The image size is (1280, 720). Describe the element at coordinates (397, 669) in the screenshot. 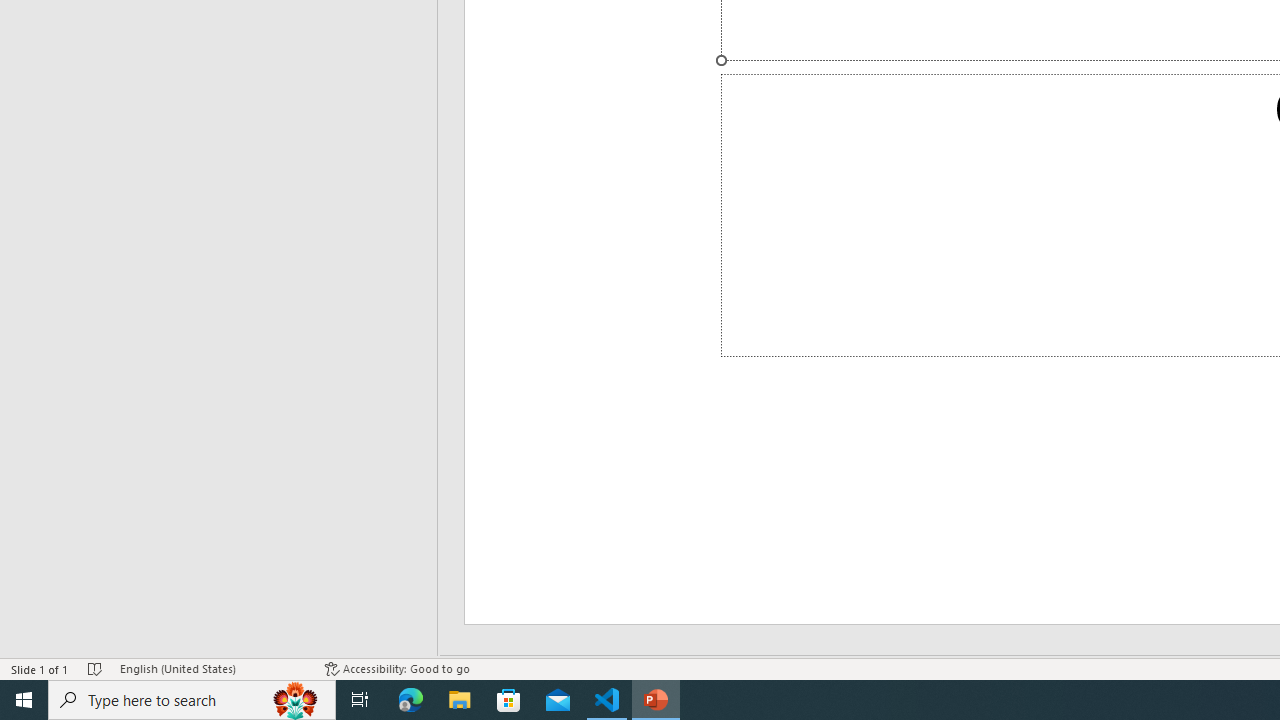

I see `'Accessibility Checker Accessibility: Good to go'` at that location.